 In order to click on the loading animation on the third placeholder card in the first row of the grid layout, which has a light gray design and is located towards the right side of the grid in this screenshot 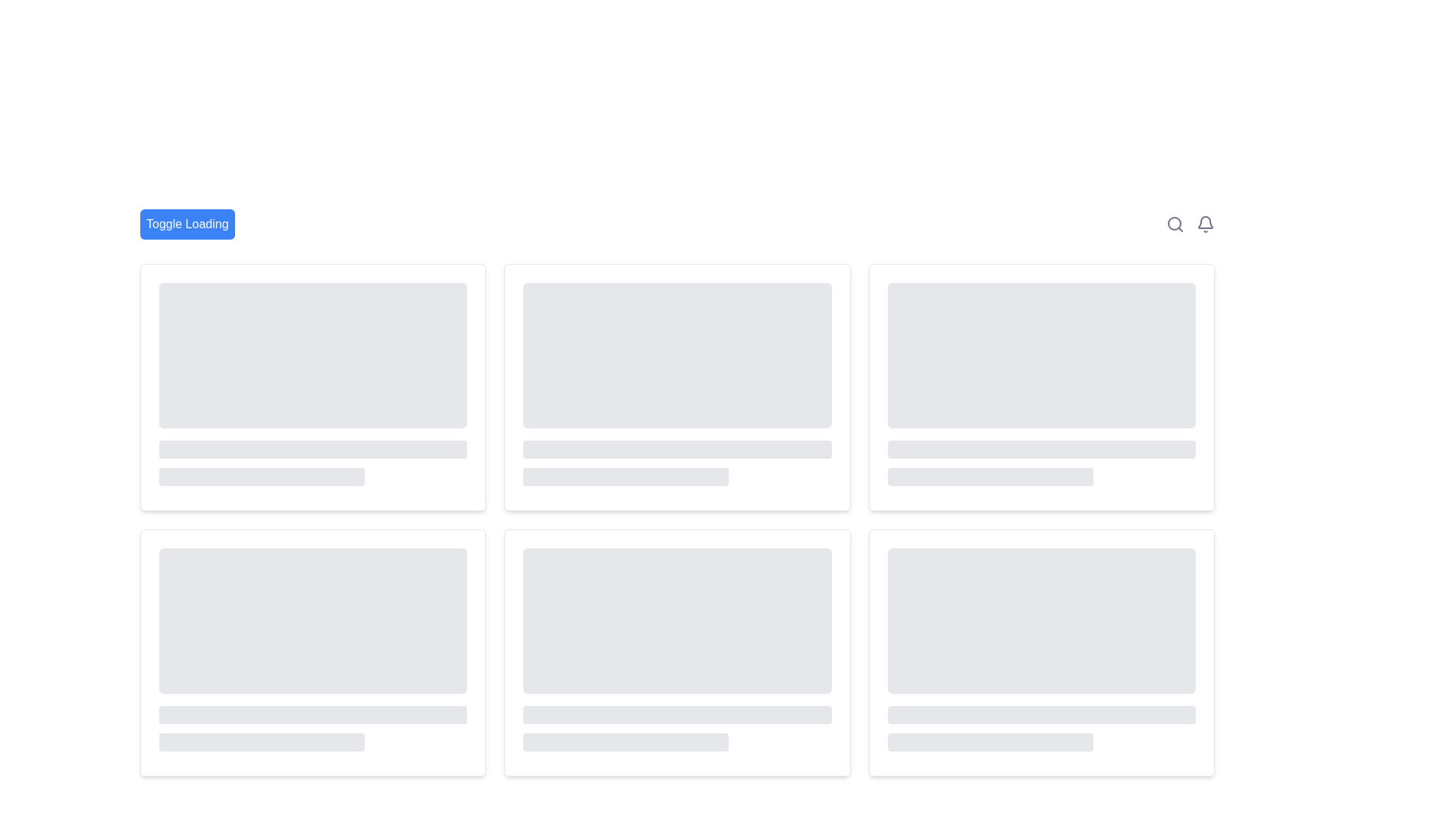, I will do `click(1040, 386)`.